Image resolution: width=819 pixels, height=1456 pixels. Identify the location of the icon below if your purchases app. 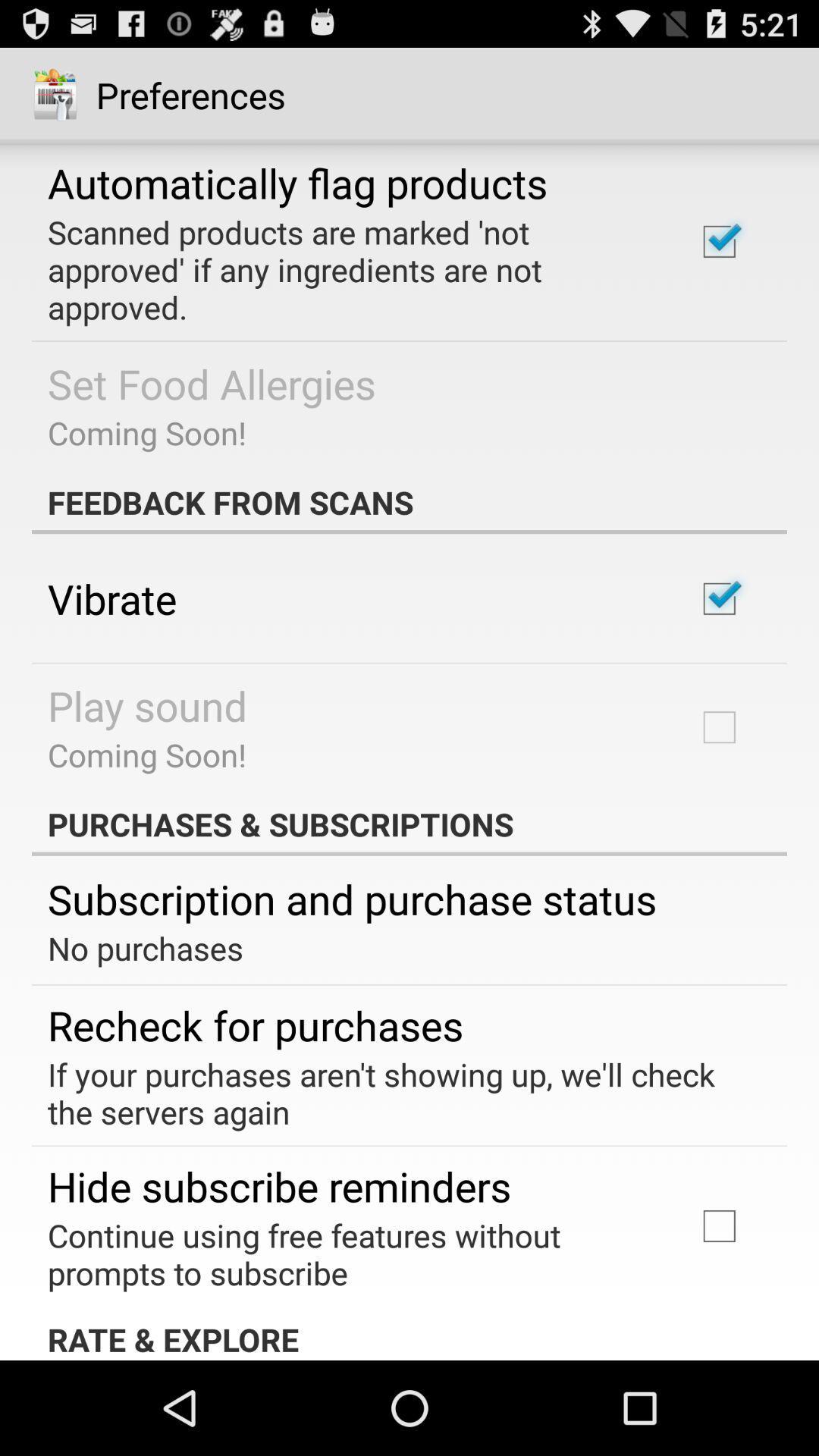
(279, 1185).